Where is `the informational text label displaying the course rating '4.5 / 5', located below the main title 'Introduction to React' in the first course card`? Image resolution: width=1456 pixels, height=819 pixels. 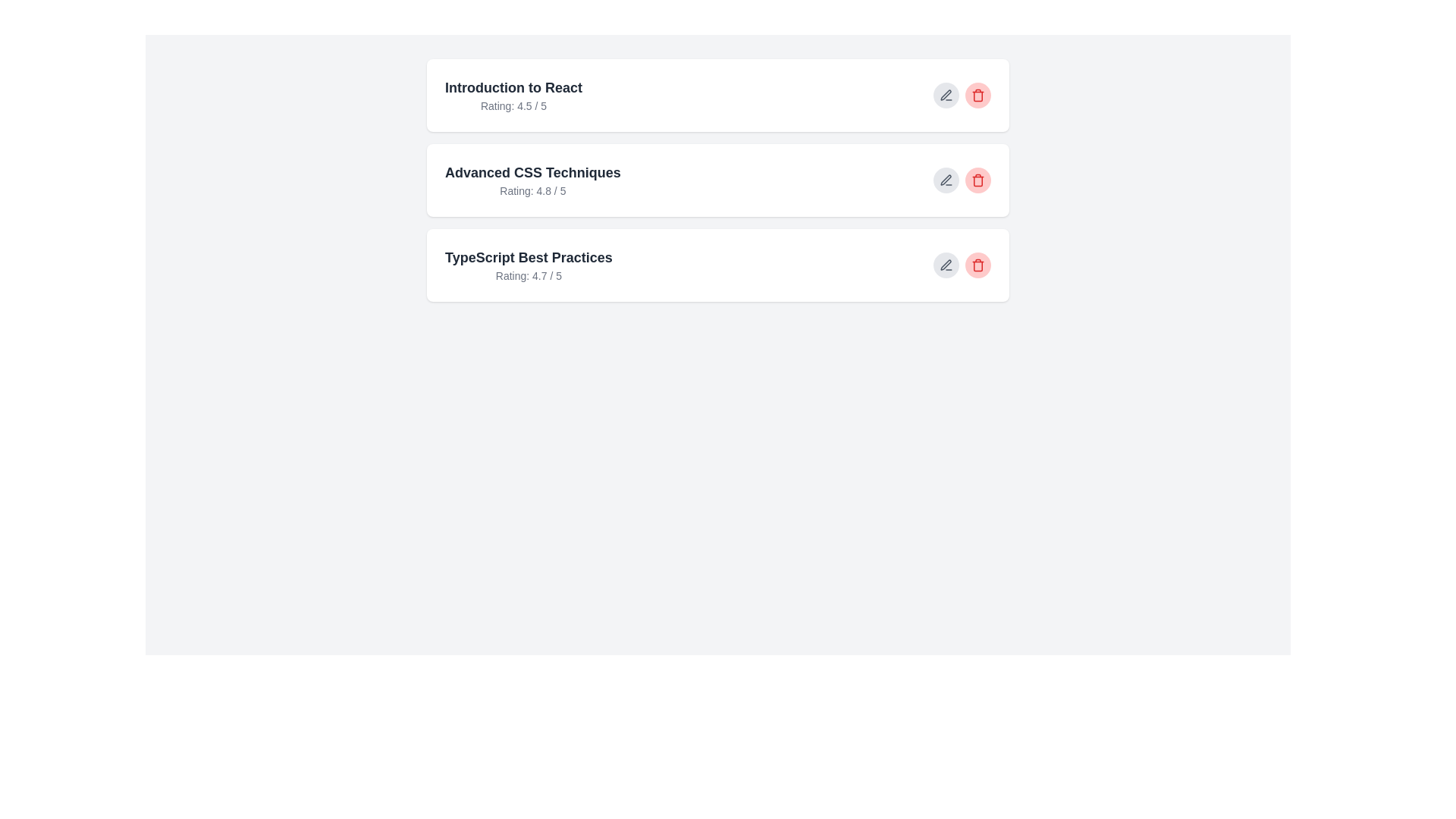 the informational text label displaying the course rating '4.5 / 5', located below the main title 'Introduction to React' in the first course card is located at coordinates (513, 105).